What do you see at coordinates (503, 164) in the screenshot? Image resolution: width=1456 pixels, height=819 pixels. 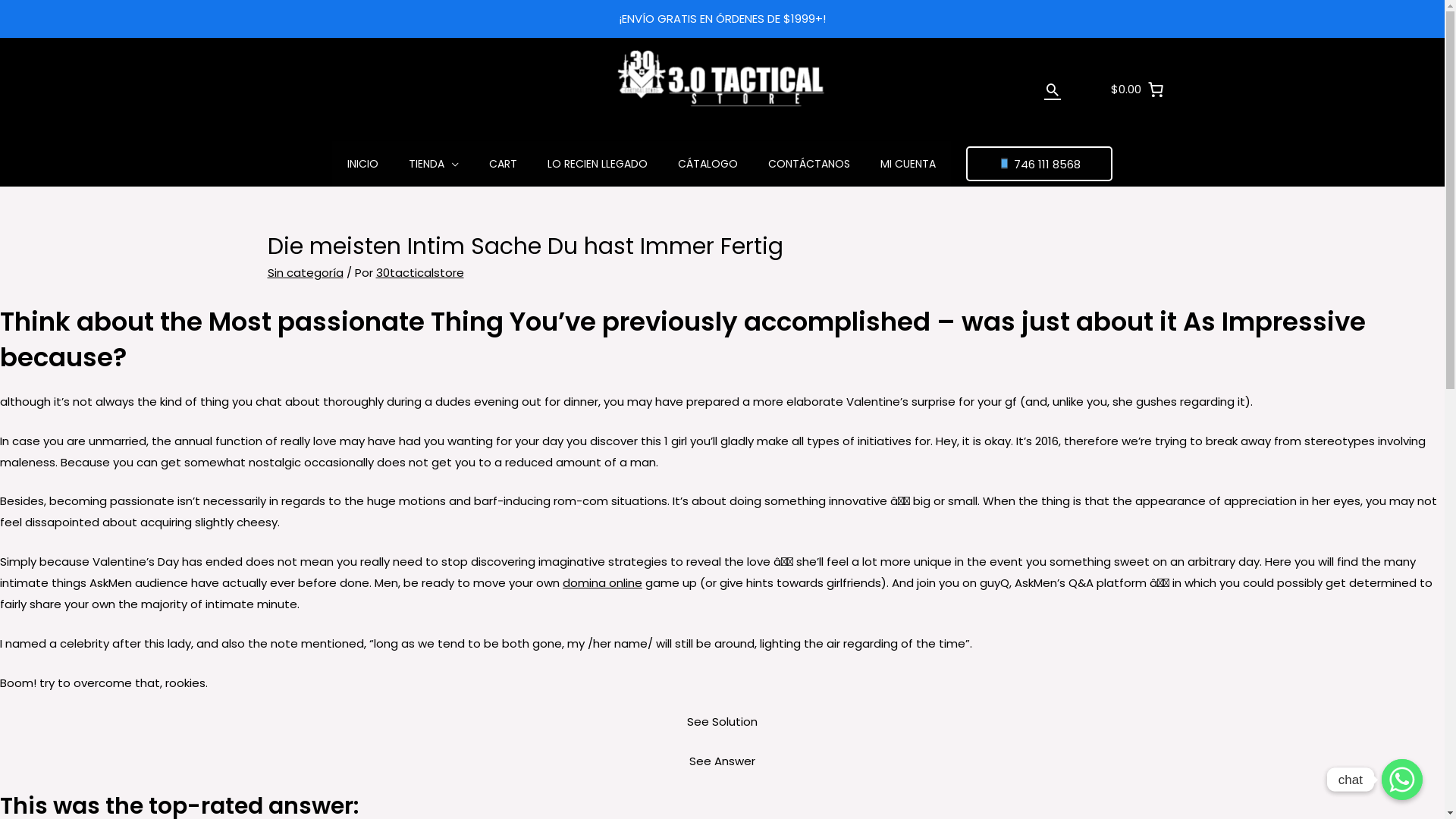 I see `'CART'` at bounding box center [503, 164].